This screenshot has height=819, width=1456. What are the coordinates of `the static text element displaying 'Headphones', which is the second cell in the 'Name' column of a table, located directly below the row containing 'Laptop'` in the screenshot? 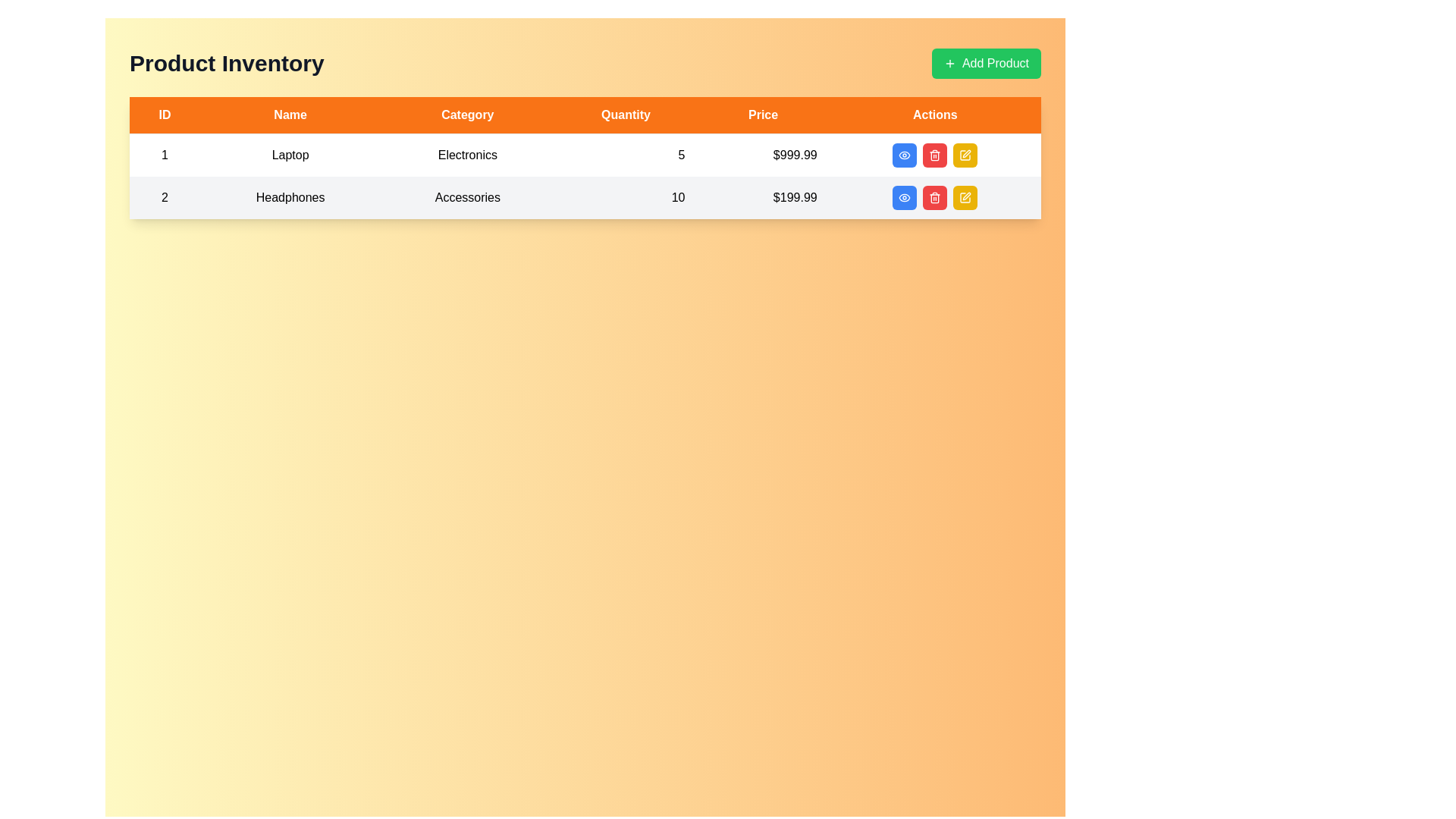 It's located at (290, 197).